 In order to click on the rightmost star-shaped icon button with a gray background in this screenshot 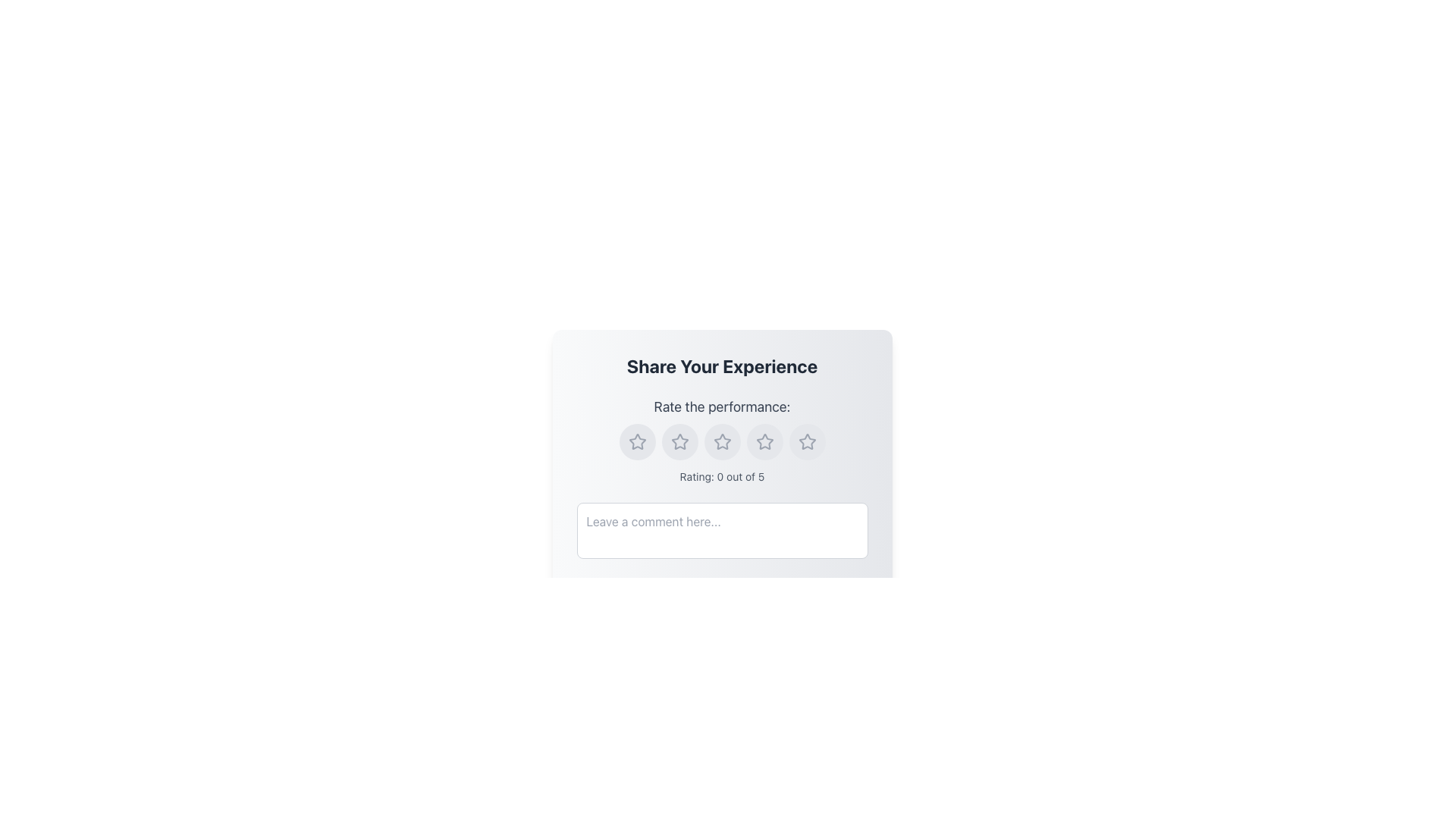, I will do `click(806, 441)`.